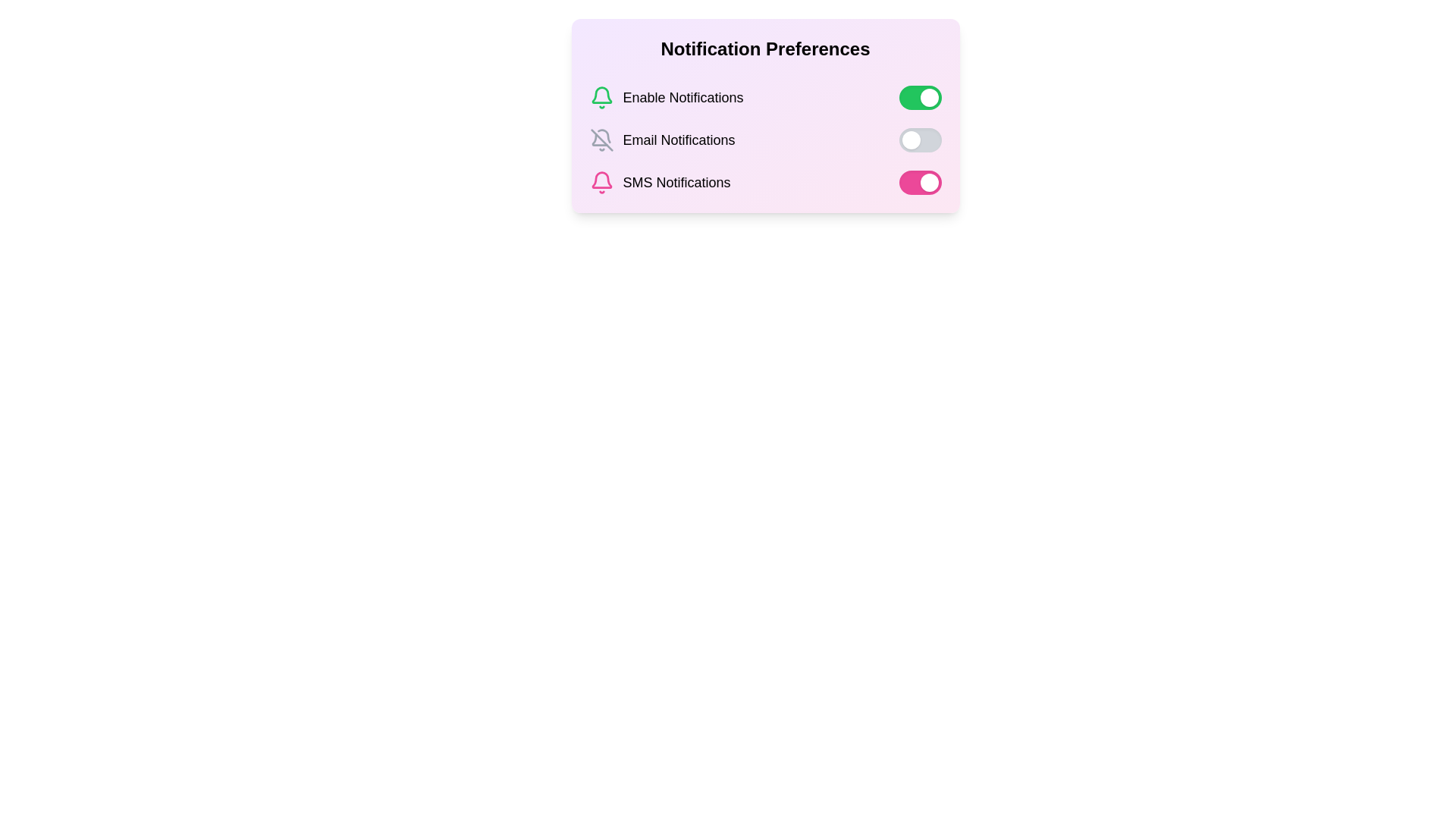 The height and width of the screenshot is (819, 1456). I want to click on description from the text element indicating the notification setting, which is the topmost item in the list under 'Notification Preferences' and located to the left of the green toggle switch, so click(666, 97).